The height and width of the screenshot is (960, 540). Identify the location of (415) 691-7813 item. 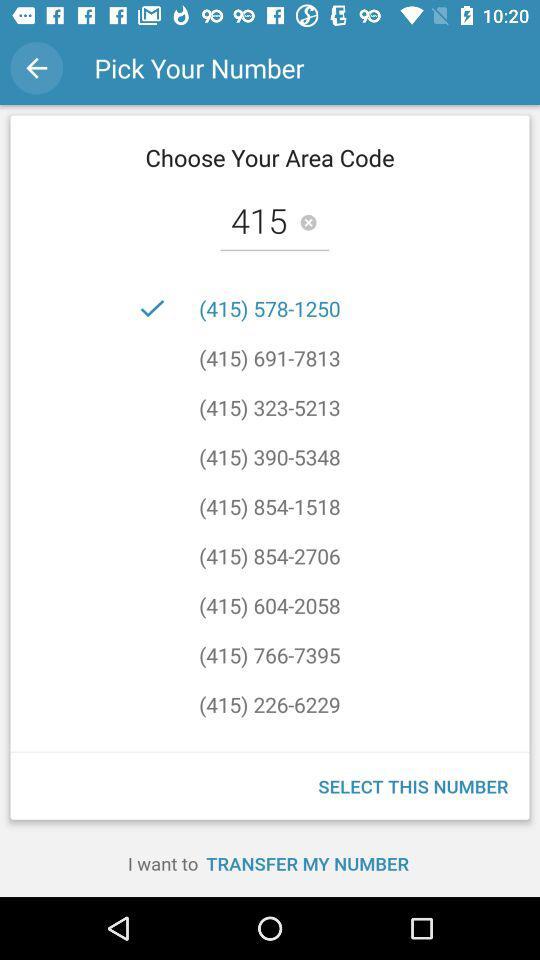
(269, 358).